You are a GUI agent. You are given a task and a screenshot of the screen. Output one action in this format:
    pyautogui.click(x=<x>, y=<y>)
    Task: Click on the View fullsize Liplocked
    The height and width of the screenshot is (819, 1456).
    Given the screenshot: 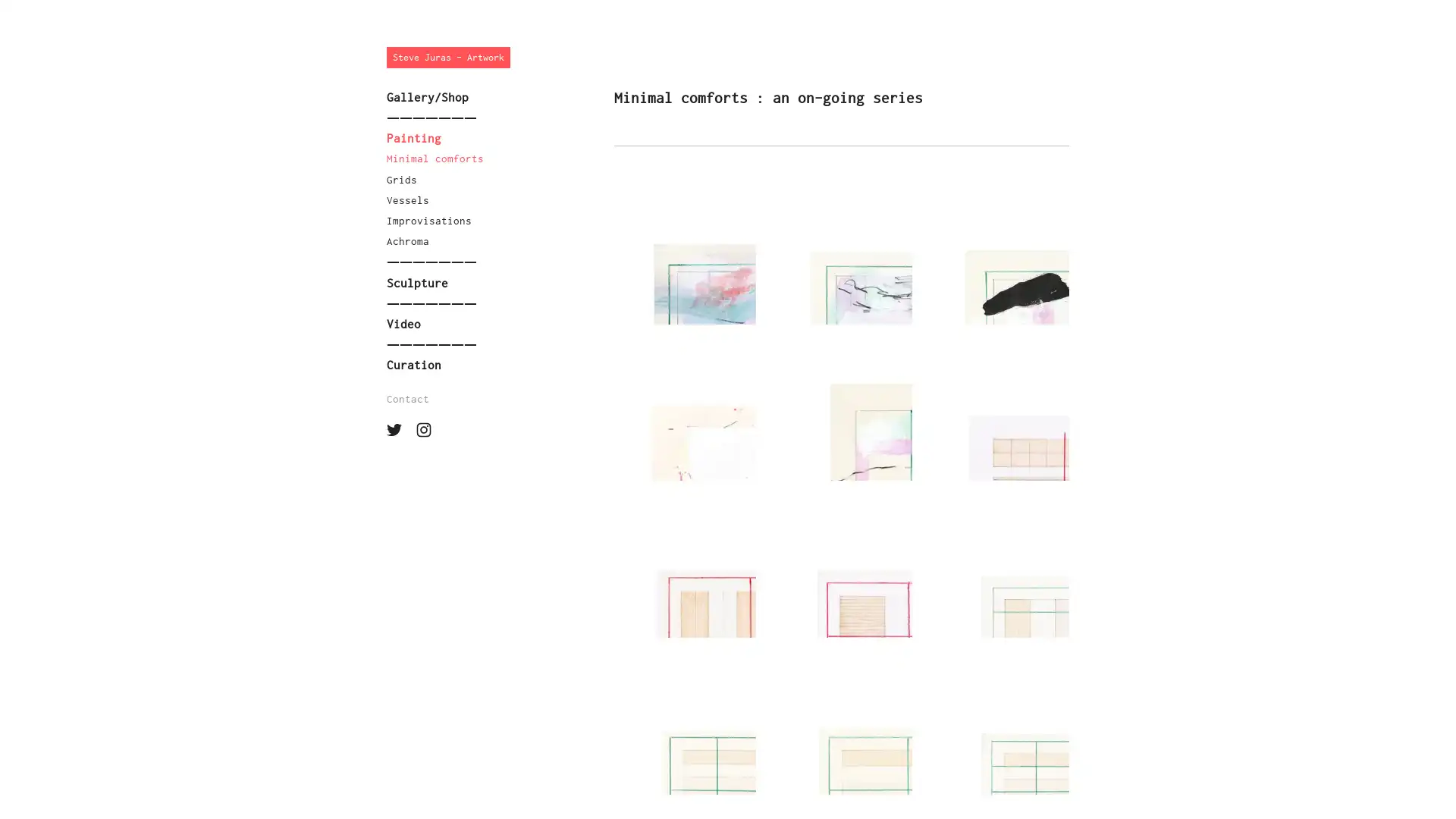 What is the action you would take?
    pyautogui.click(x=683, y=579)
    